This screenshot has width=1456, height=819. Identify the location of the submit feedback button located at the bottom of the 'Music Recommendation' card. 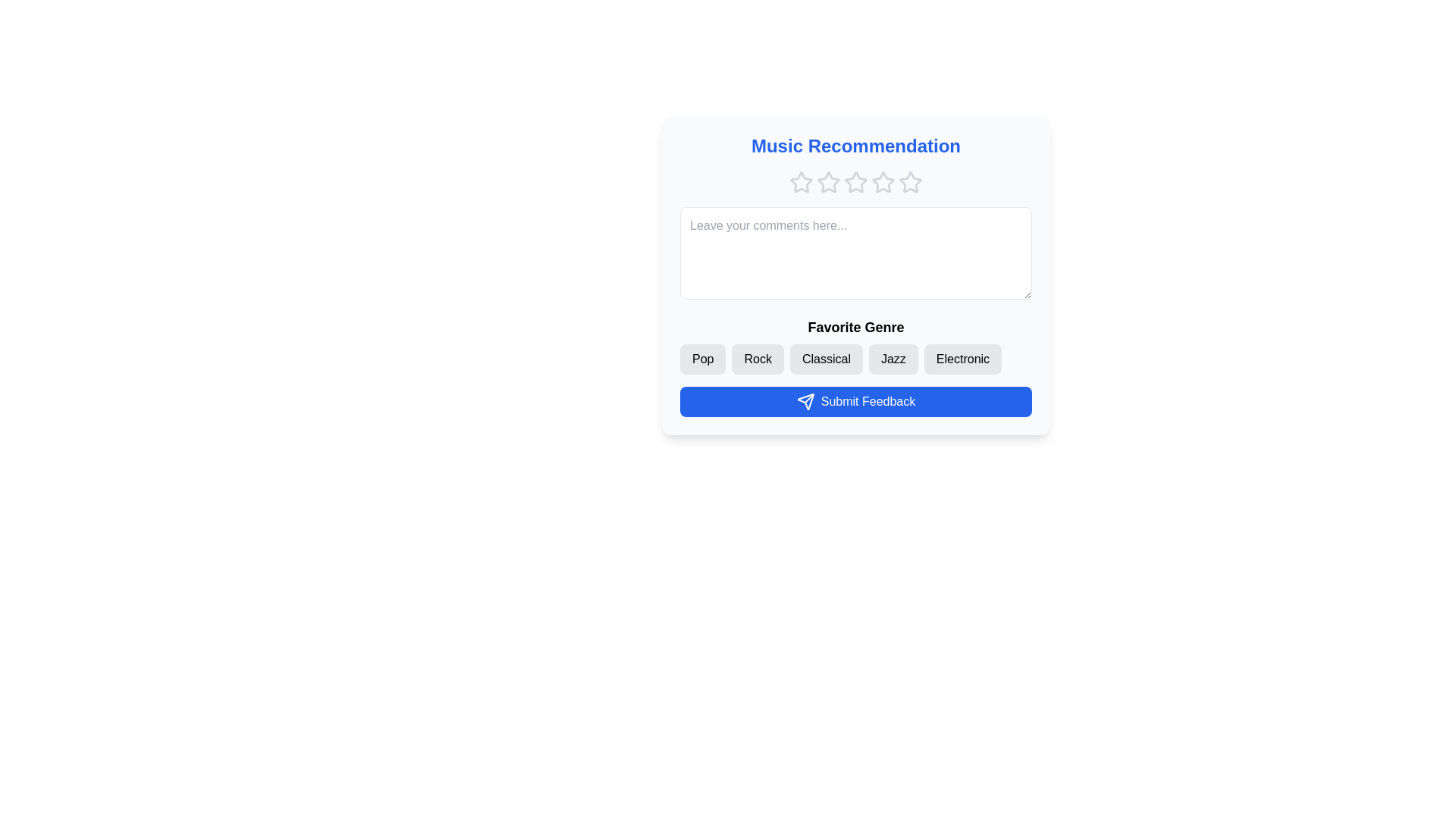
(855, 400).